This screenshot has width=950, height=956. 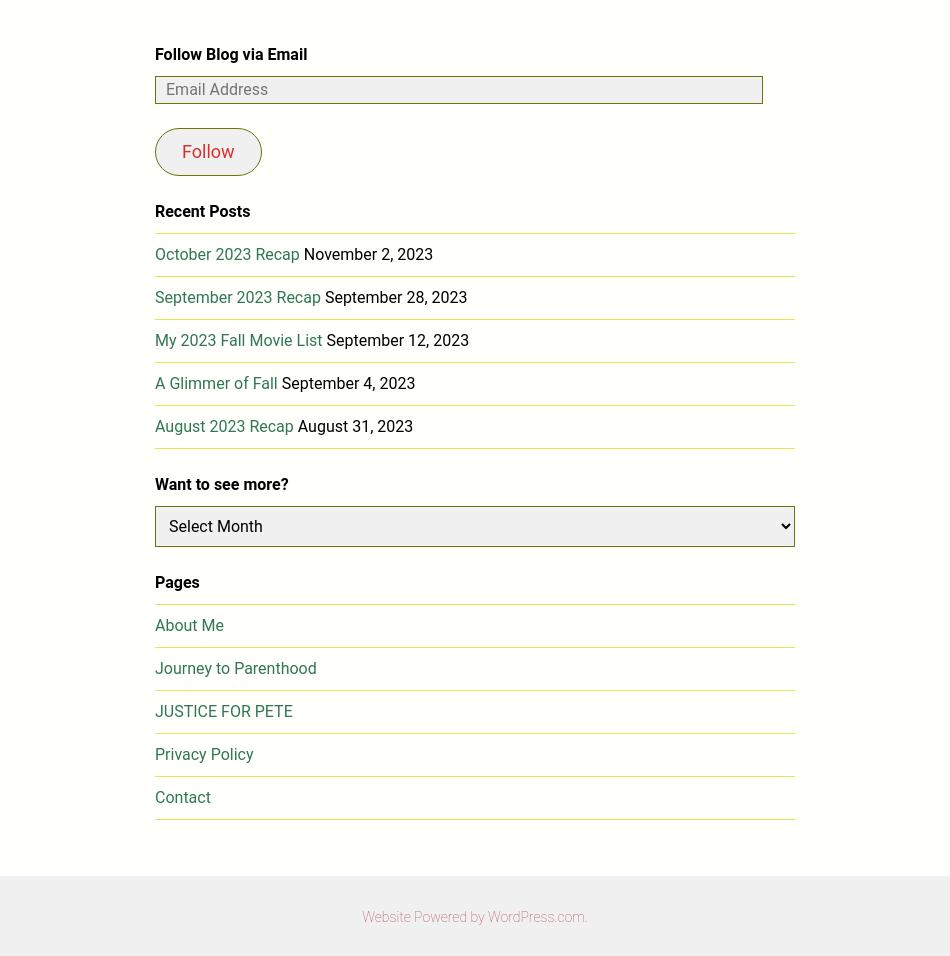 What do you see at coordinates (203, 752) in the screenshot?
I see `'Privacy Policy'` at bounding box center [203, 752].